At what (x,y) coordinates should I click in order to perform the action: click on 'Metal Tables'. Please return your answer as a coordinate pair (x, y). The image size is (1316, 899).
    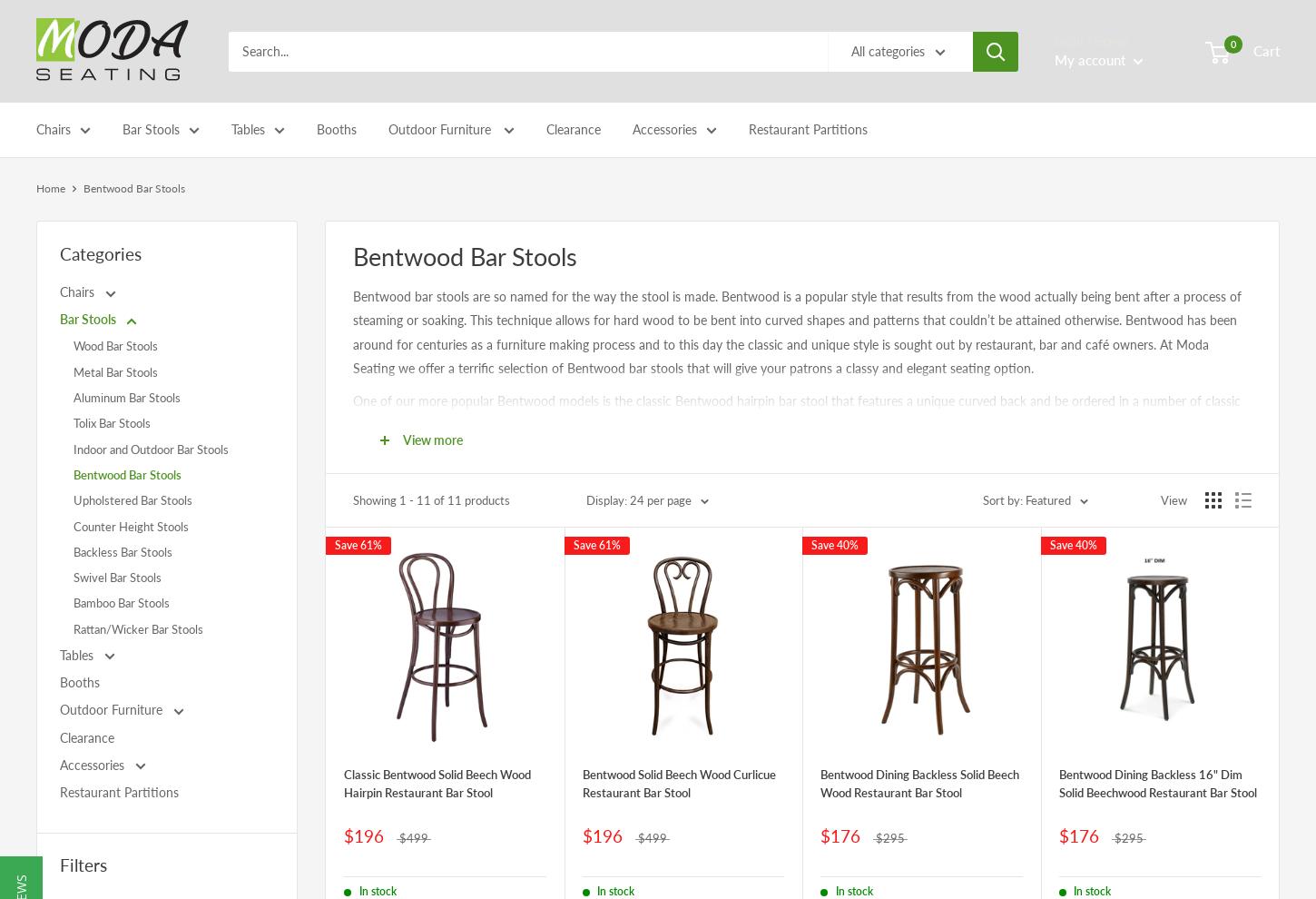
    Looking at the image, I should click on (270, 293).